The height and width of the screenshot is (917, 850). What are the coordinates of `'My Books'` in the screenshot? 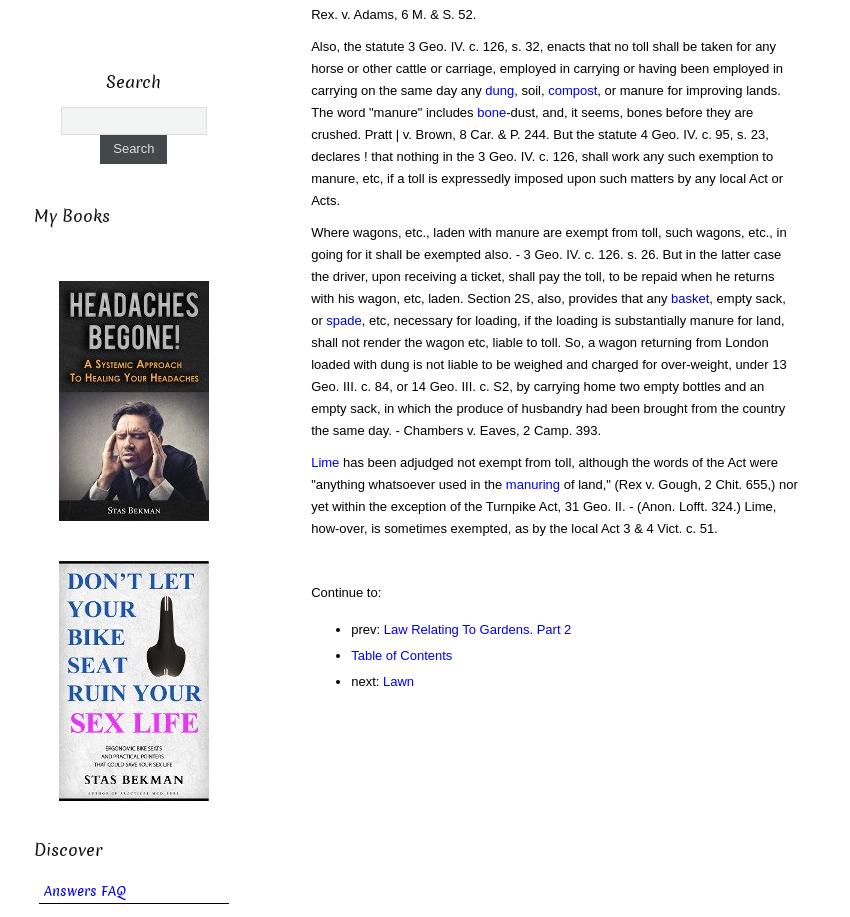 It's located at (71, 214).